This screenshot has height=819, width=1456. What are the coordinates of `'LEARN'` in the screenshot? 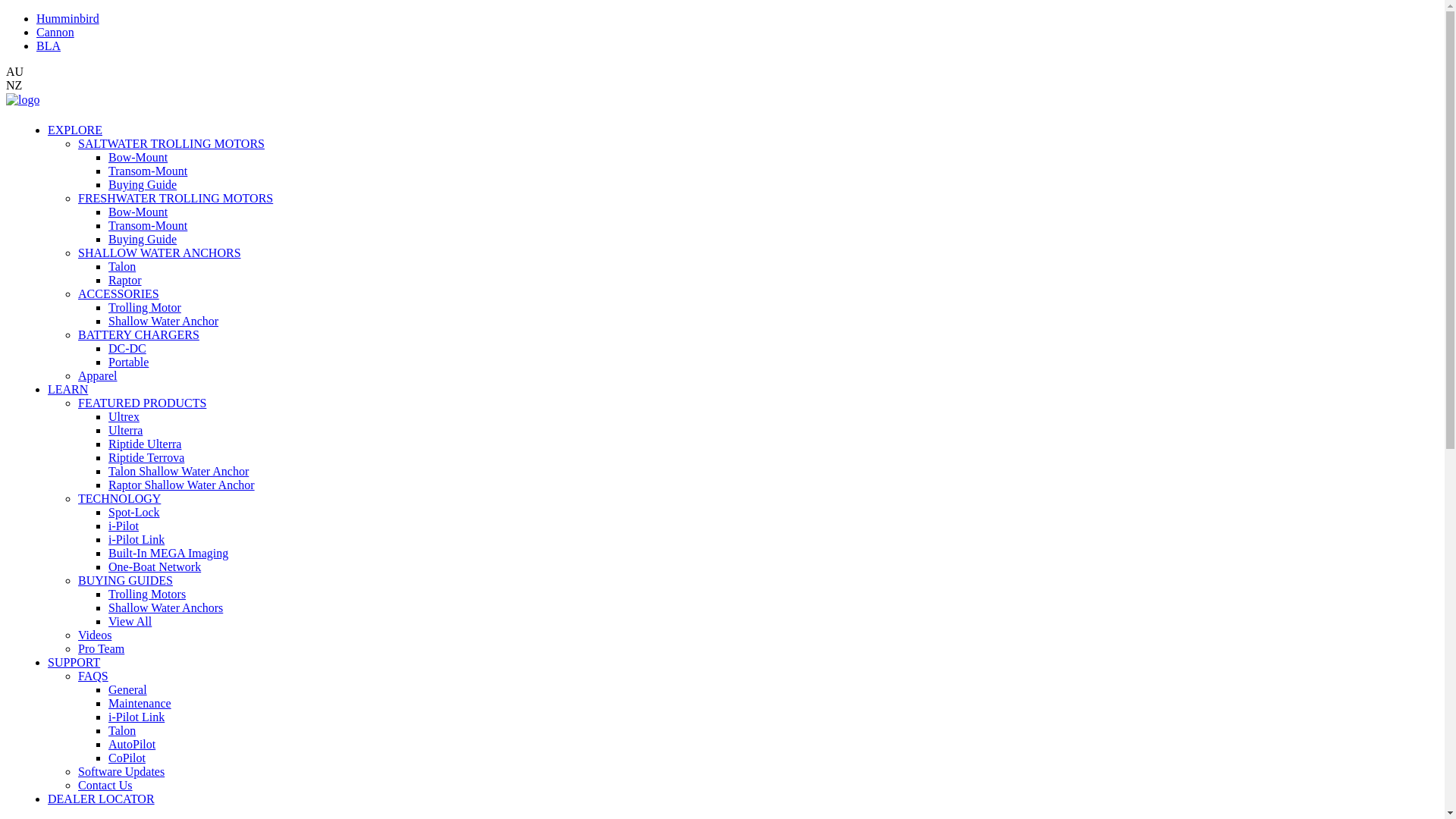 It's located at (47, 388).